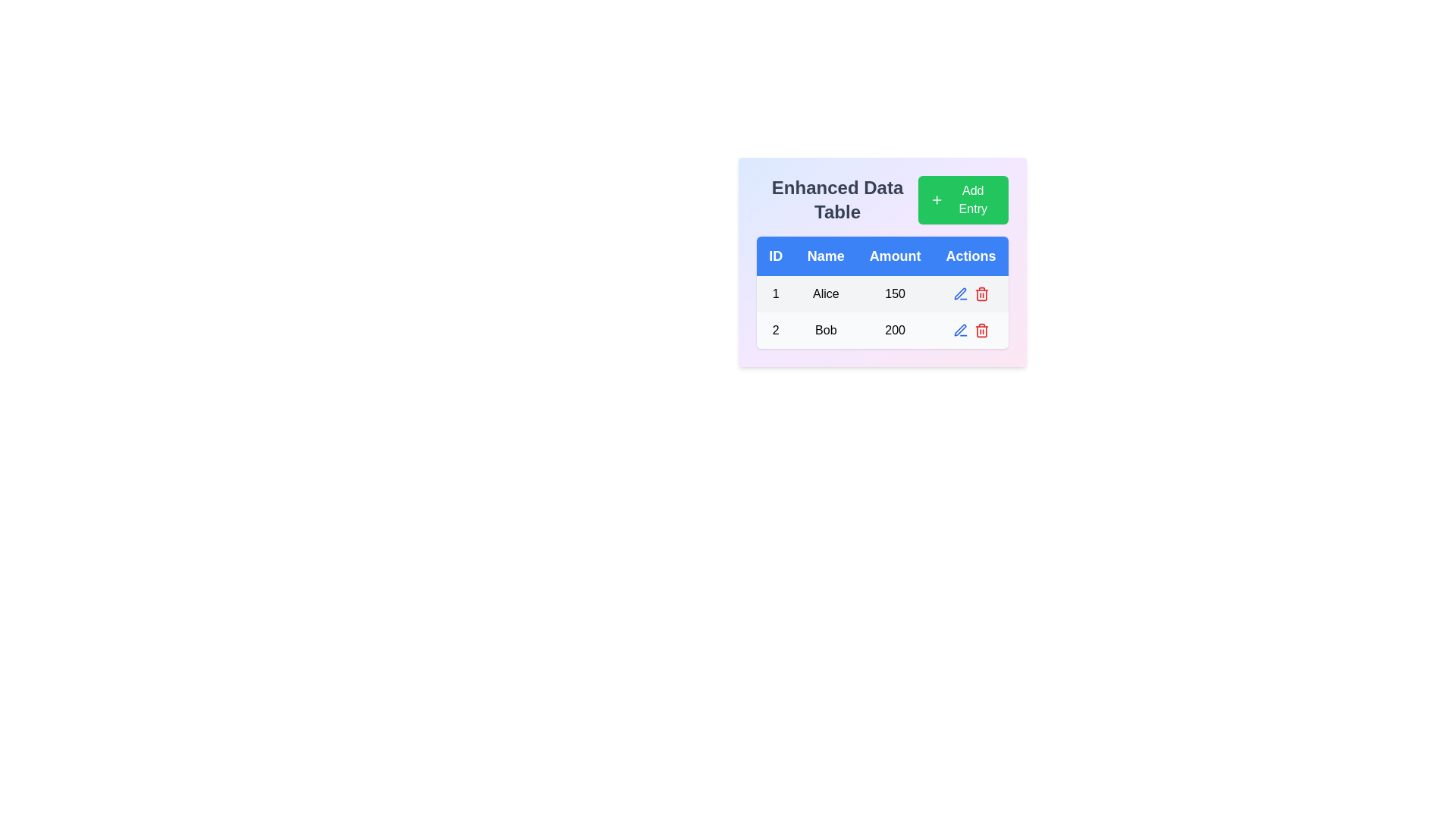  What do you see at coordinates (895, 294) in the screenshot?
I see `numeric amount displayed in the third column under the 'Amount' header for the entry 'Alice' in the data table` at bounding box center [895, 294].